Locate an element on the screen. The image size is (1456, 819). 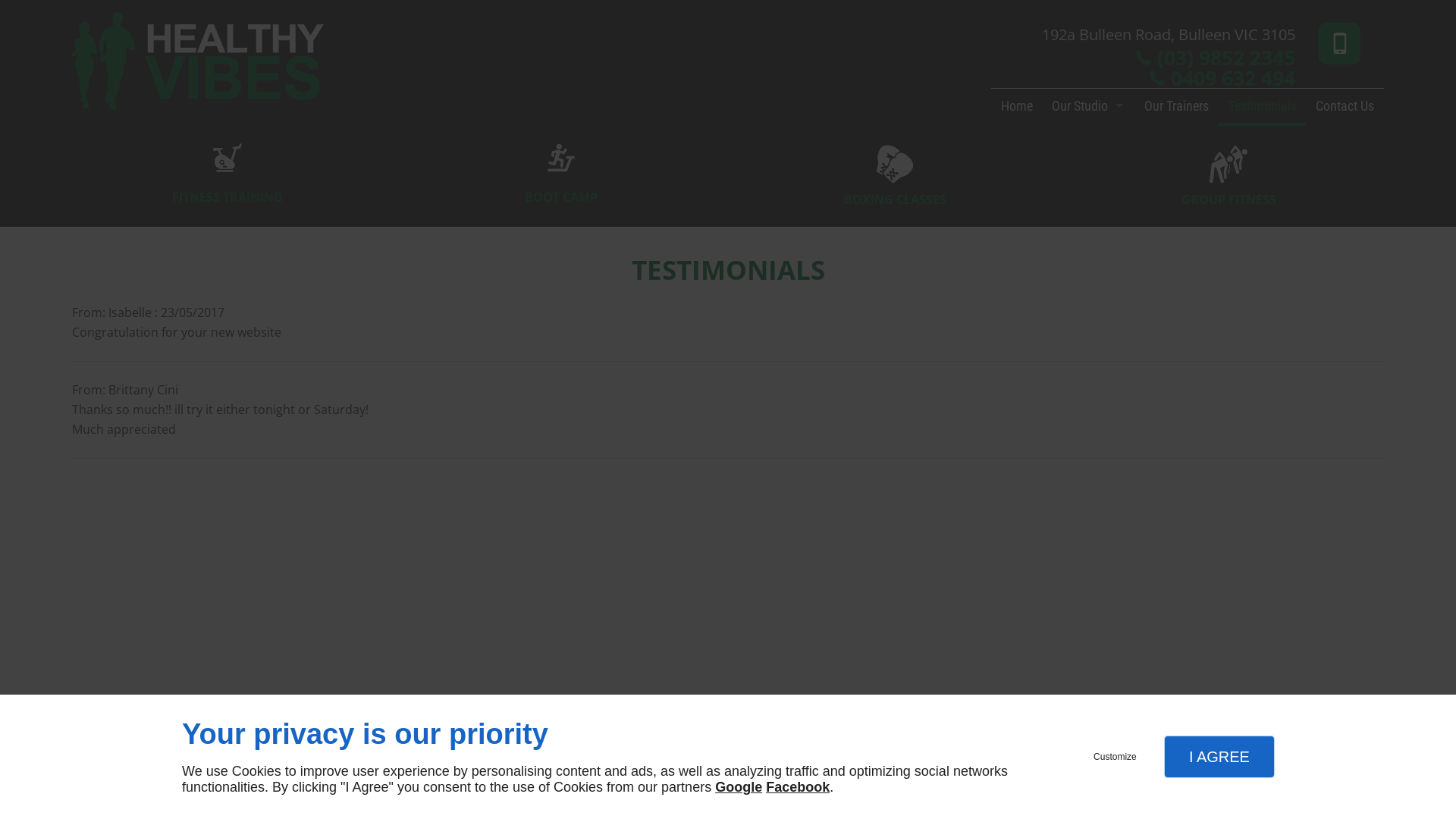
'Home' is located at coordinates (1016, 106).